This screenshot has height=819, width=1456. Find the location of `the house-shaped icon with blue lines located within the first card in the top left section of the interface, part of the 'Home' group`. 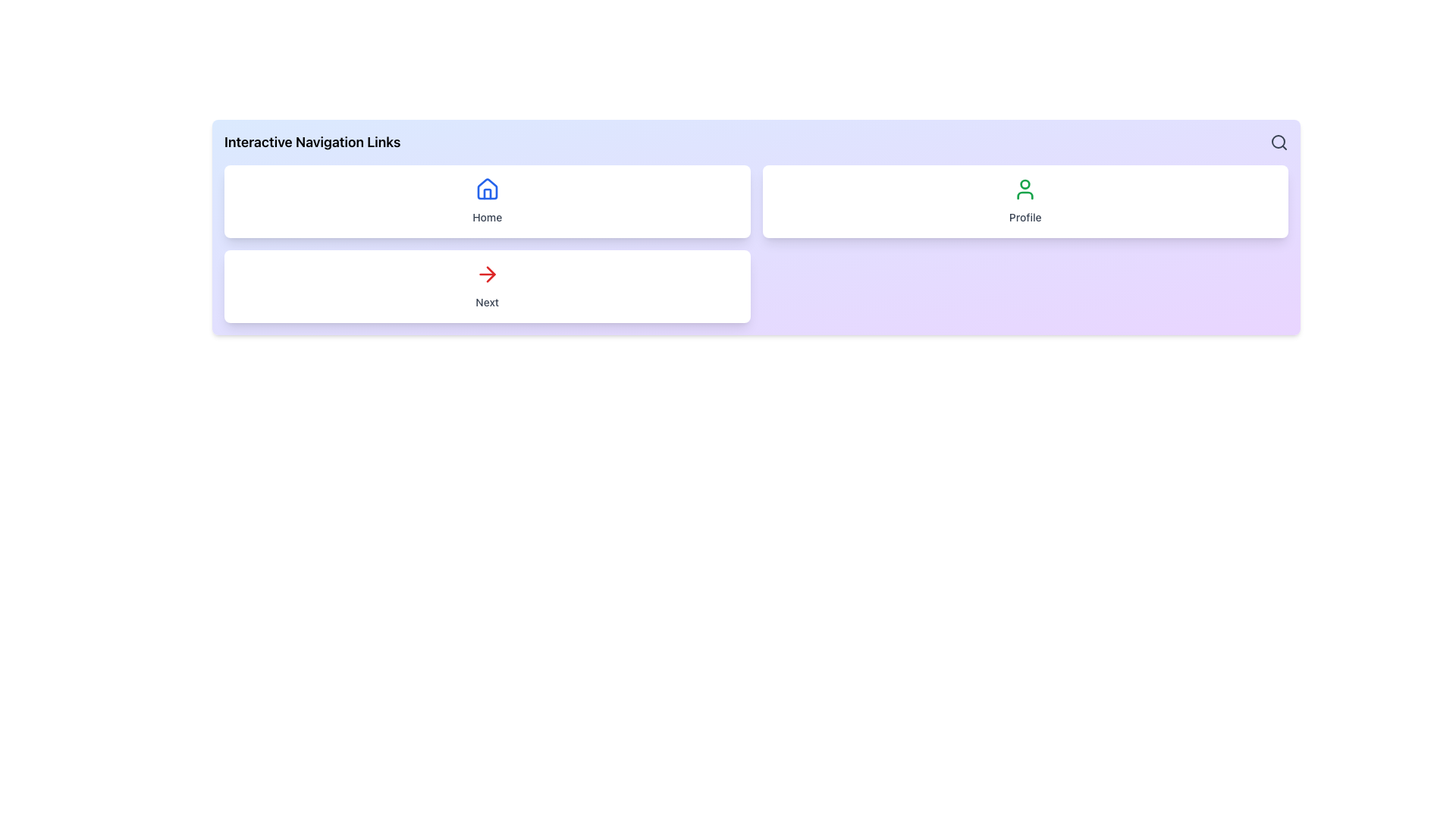

the house-shaped icon with blue lines located within the first card in the top left section of the interface, part of the 'Home' group is located at coordinates (487, 188).